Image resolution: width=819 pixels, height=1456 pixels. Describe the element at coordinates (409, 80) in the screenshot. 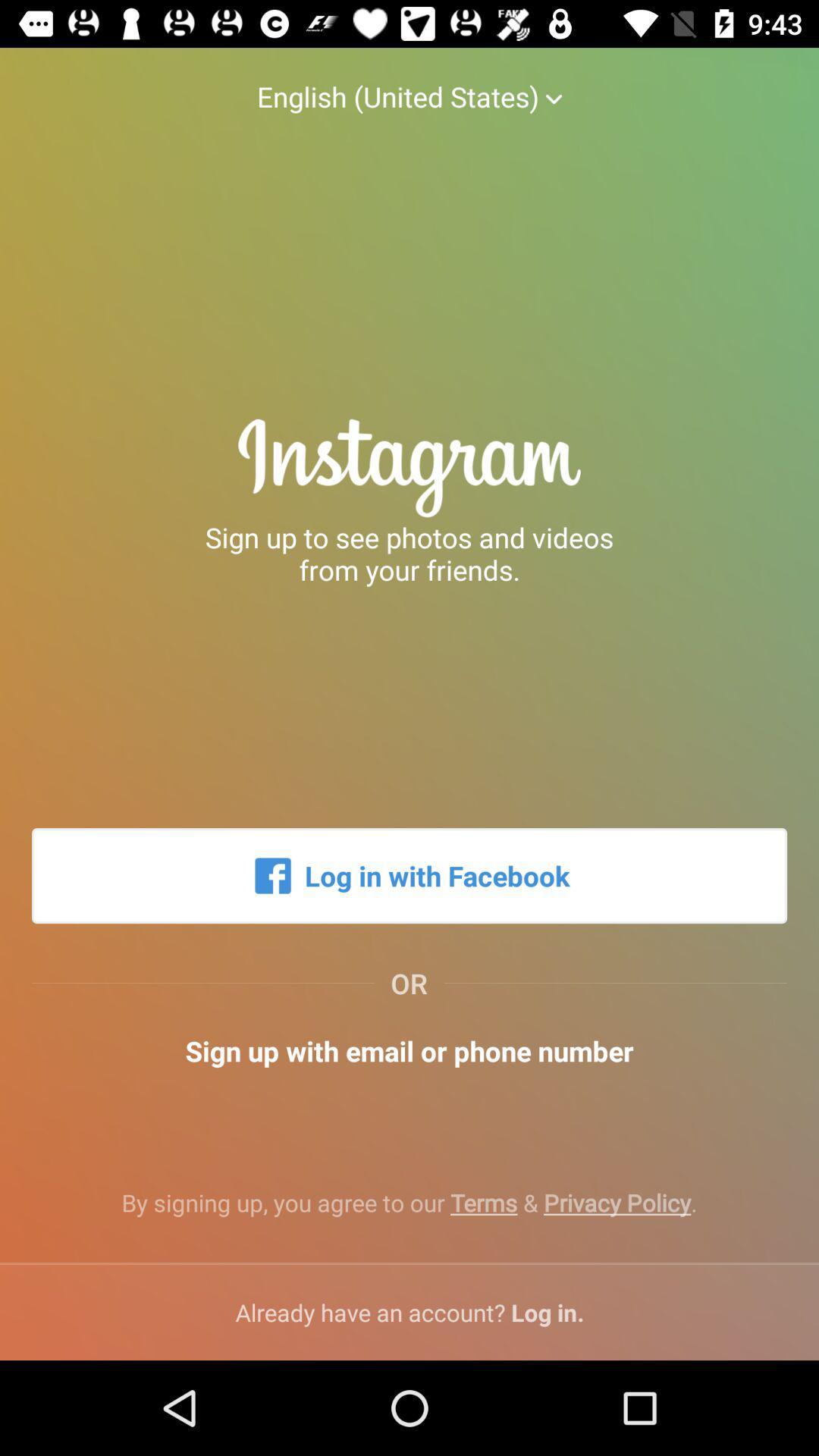

I see `the english (united states)   icon` at that location.